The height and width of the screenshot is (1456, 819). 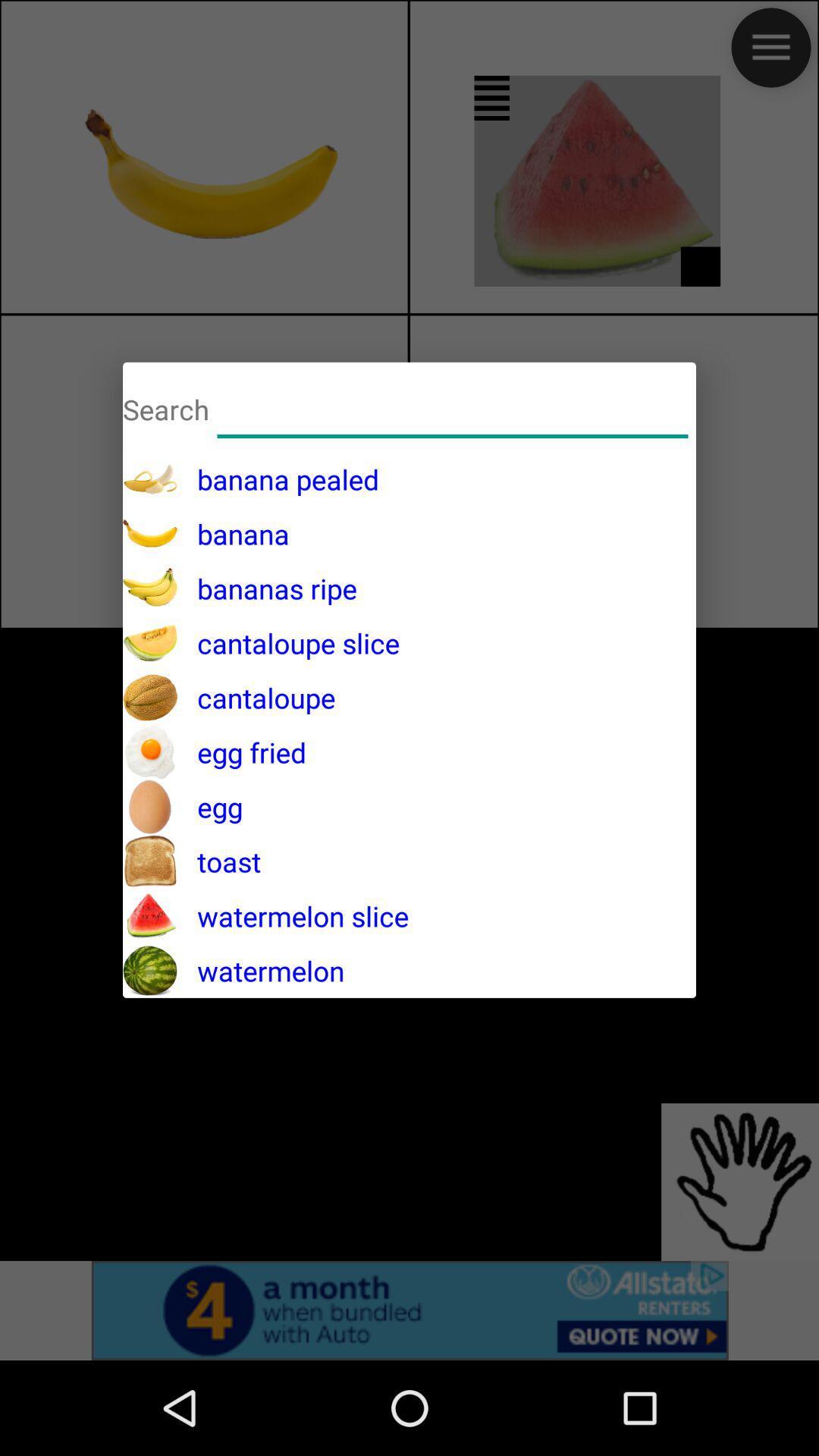 What do you see at coordinates (293, 915) in the screenshot?
I see `the watermelon slice` at bounding box center [293, 915].